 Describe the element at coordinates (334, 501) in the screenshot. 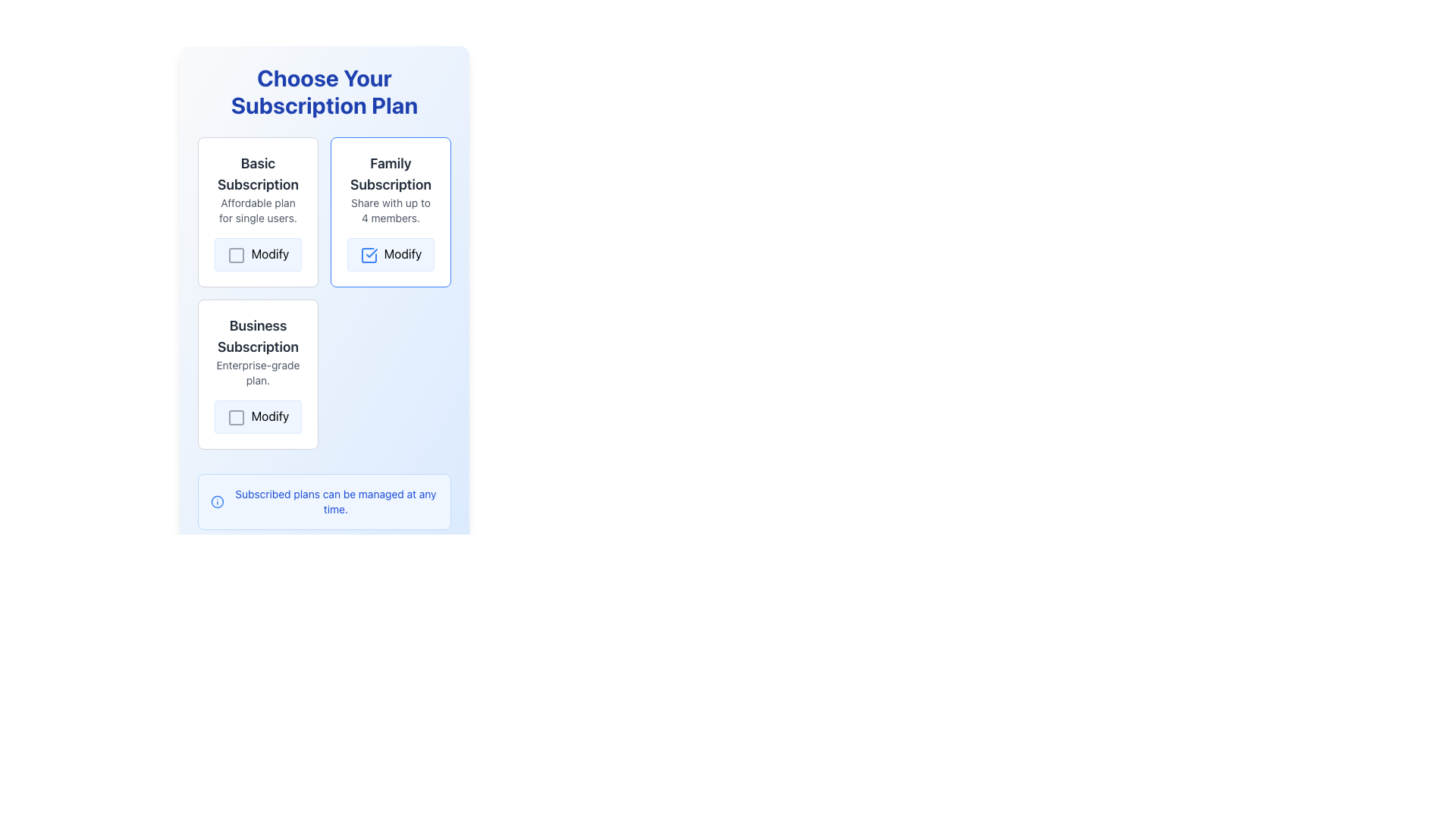

I see `the informational text that clarifies that subscribed plans are manageable at any time, located in a light blue notification box at the bottom of the interface` at that location.